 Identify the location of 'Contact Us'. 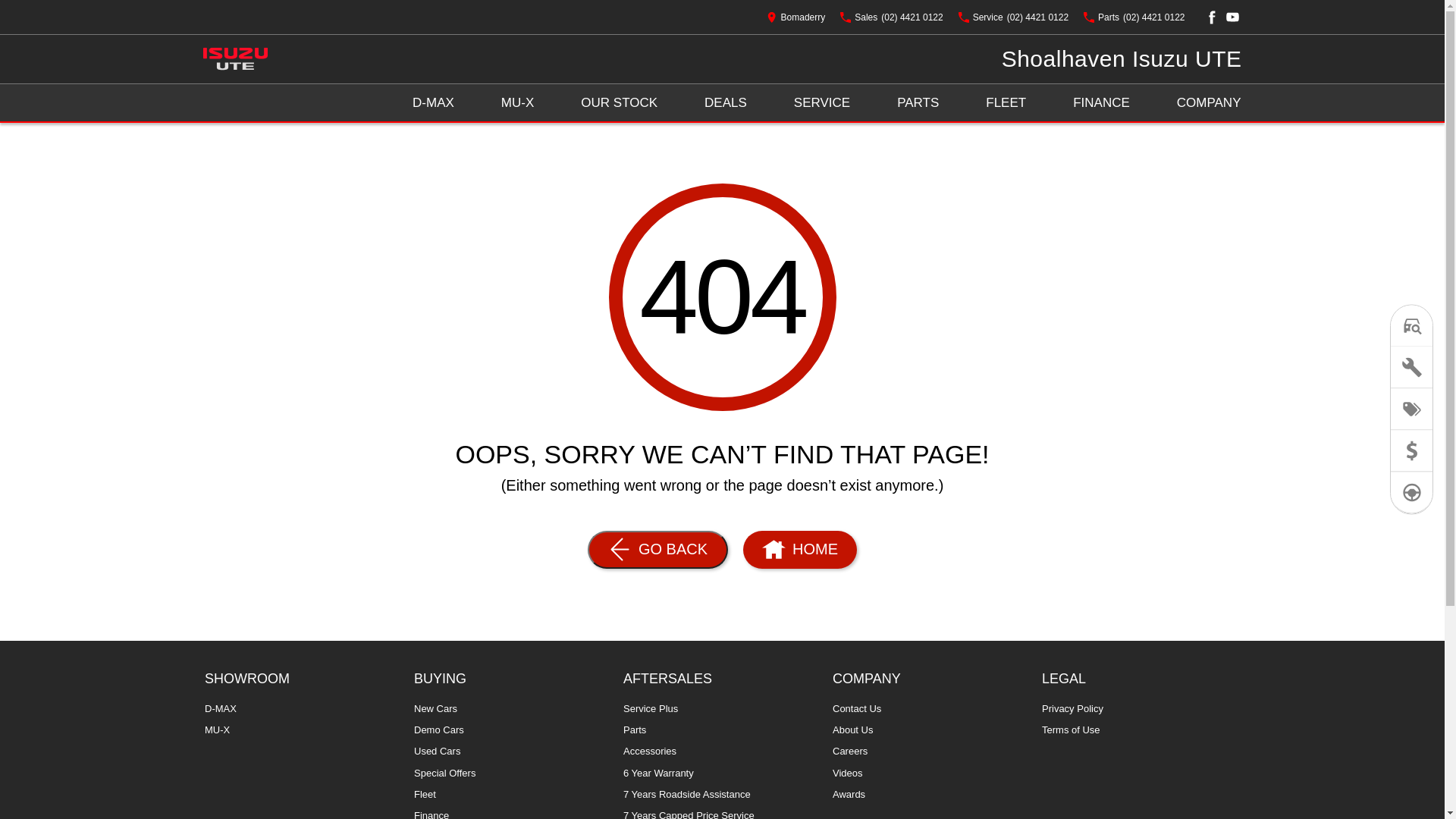
(832, 713).